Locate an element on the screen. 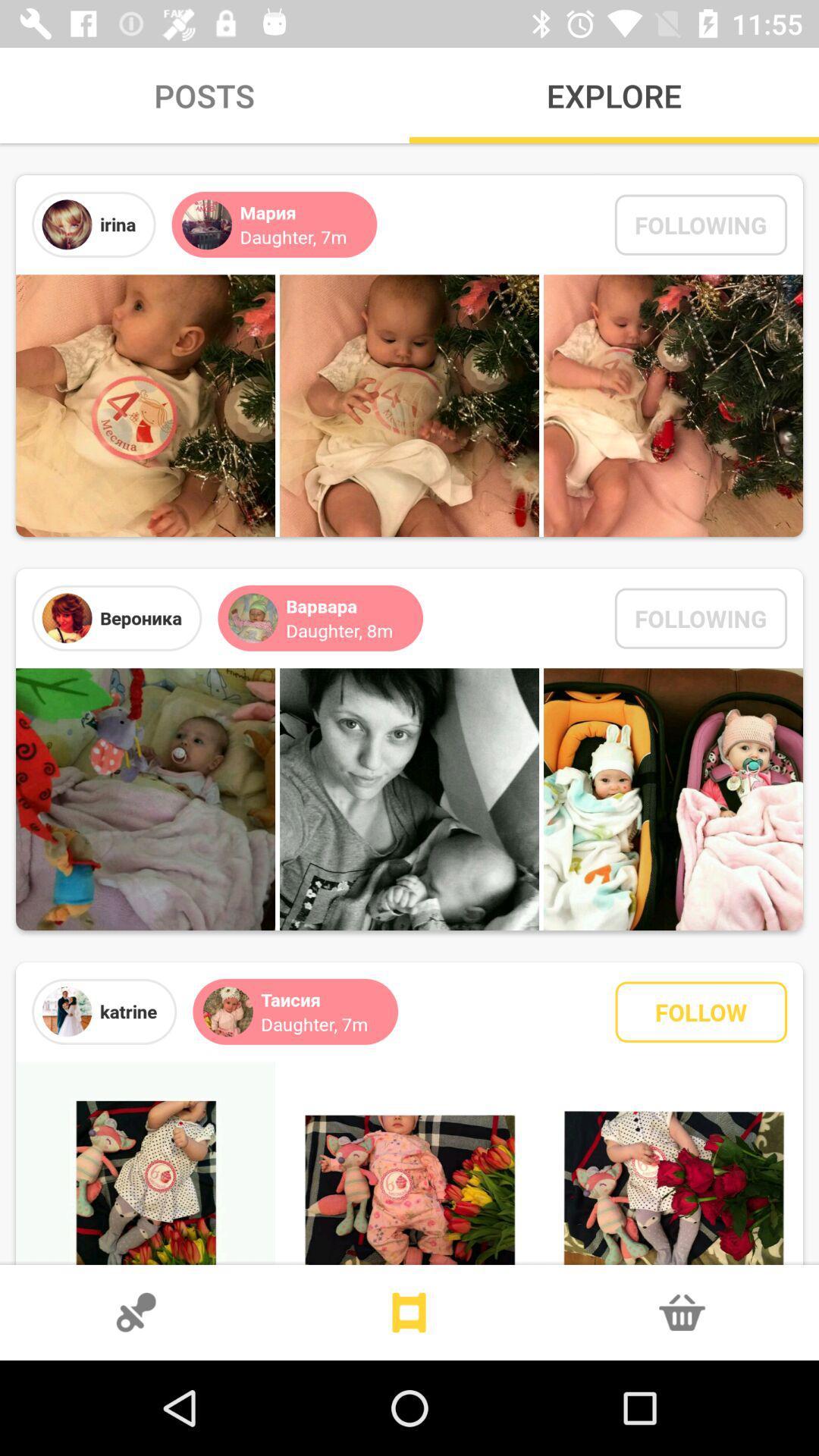  because back devicer is located at coordinates (409, 1312).